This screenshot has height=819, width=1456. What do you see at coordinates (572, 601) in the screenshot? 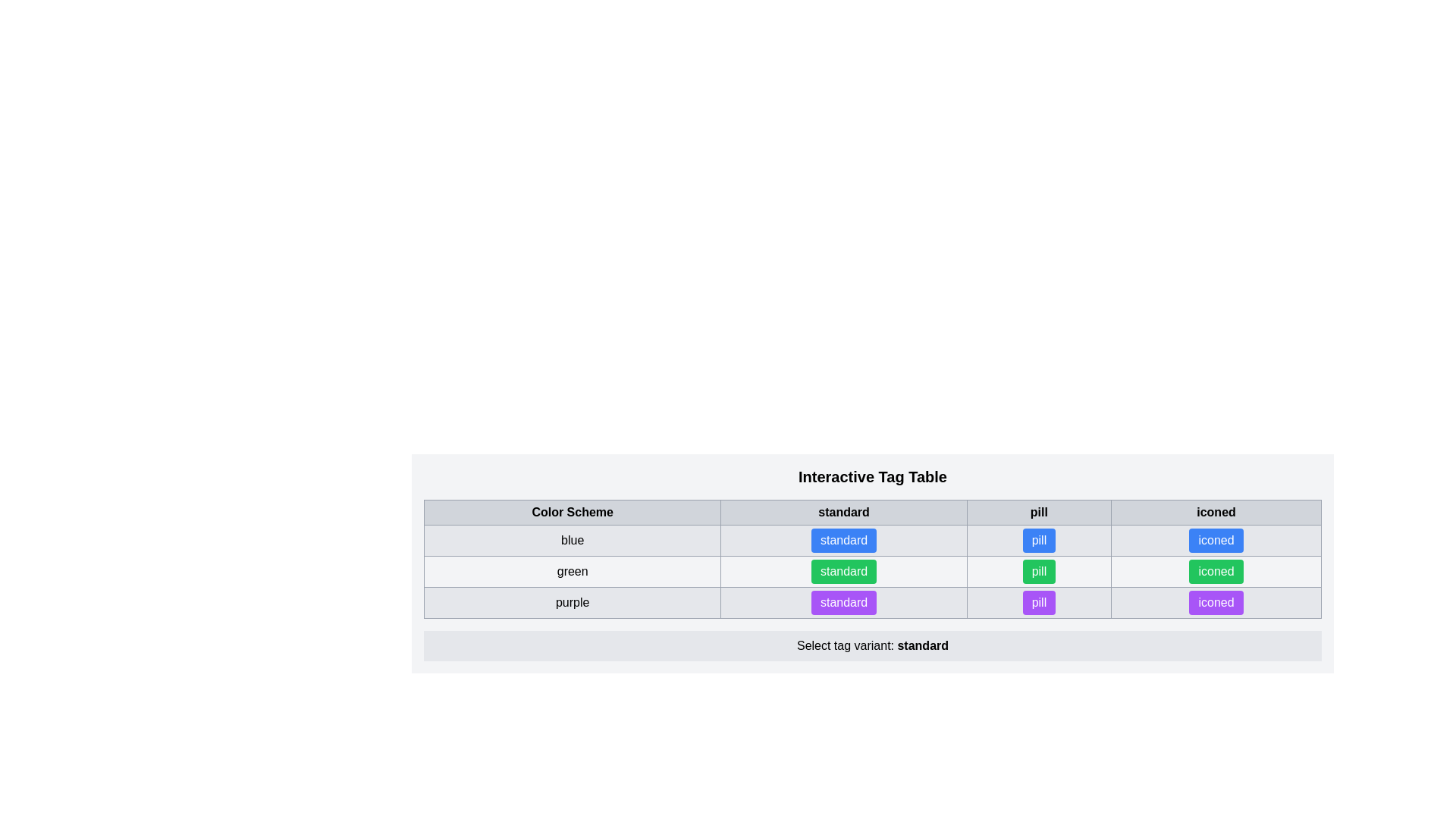
I see `the label that identifies the category 'purple' in the Color Scheme column of the table` at bounding box center [572, 601].